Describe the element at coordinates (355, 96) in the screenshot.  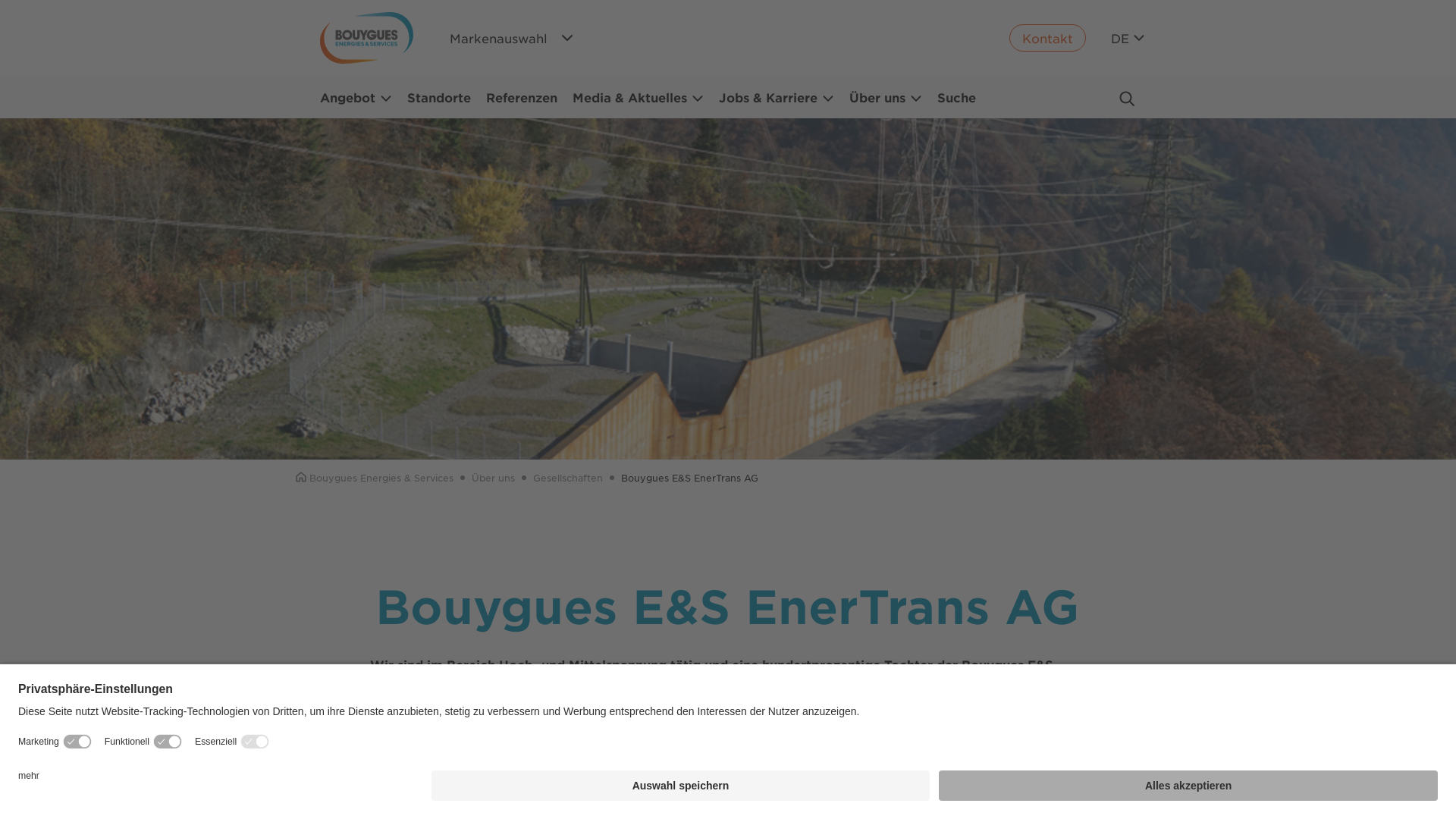
I see `'Angebot'` at that location.